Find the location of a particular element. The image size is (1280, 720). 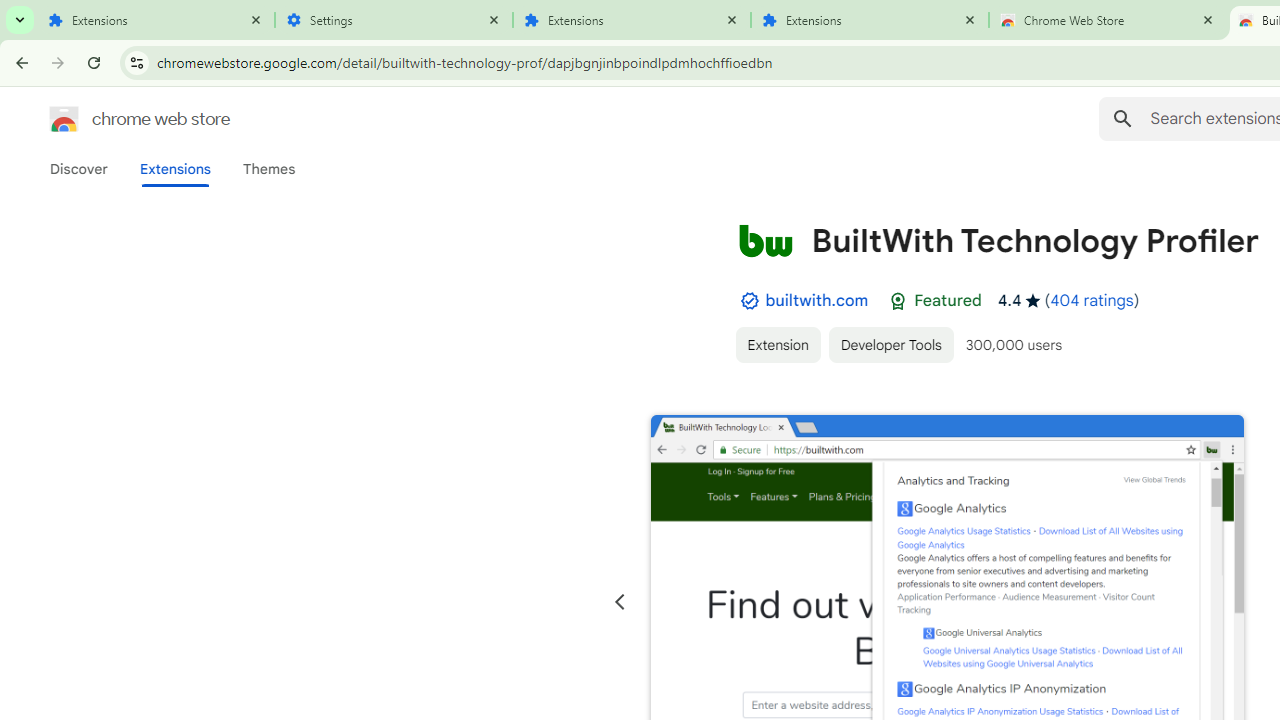

'Chrome Web Store logo chrome web store' is located at coordinates (118, 119).